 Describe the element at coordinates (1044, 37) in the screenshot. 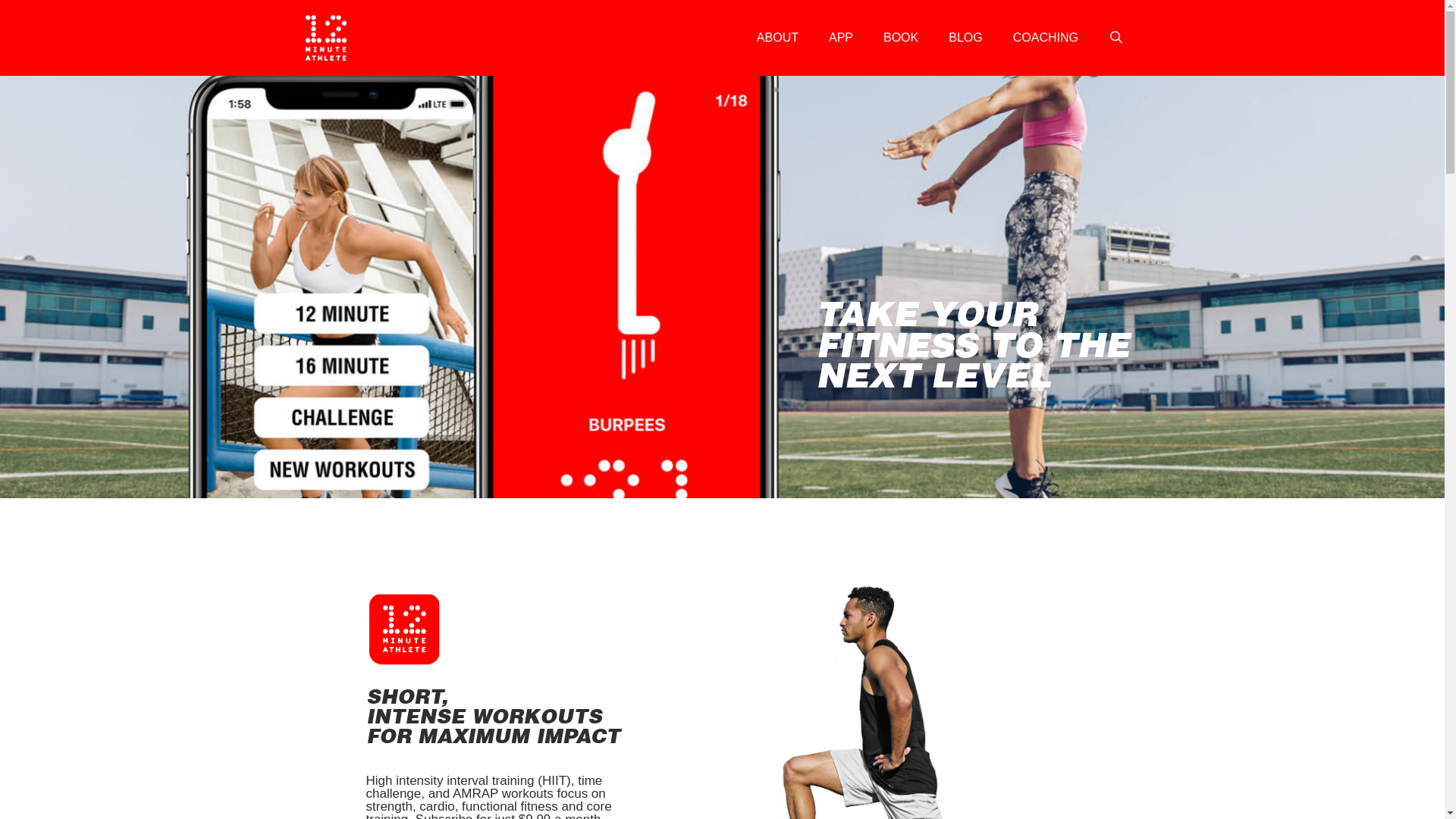

I see `'COACHING'` at that location.